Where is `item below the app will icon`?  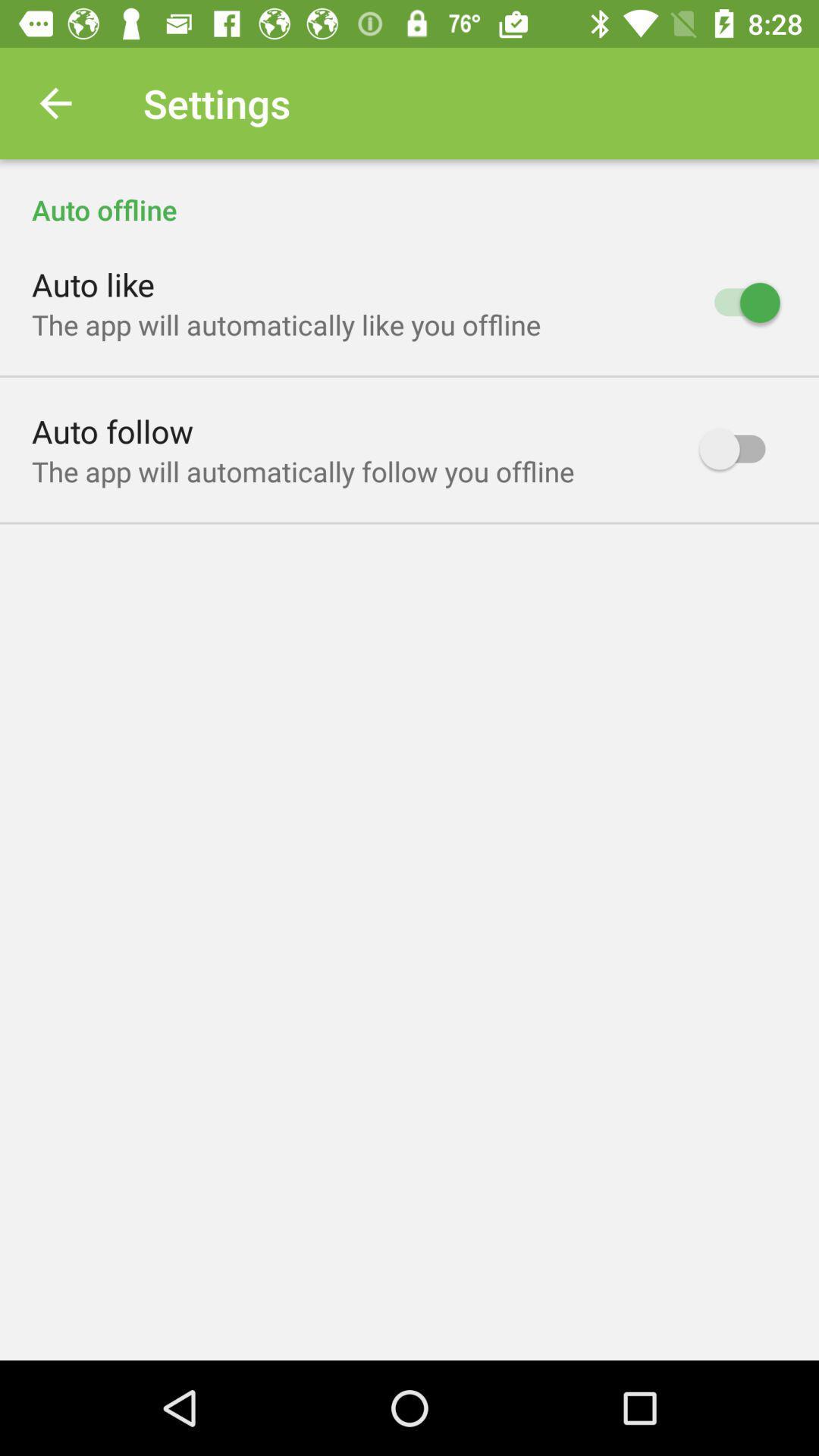 item below the app will icon is located at coordinates (111, 430).